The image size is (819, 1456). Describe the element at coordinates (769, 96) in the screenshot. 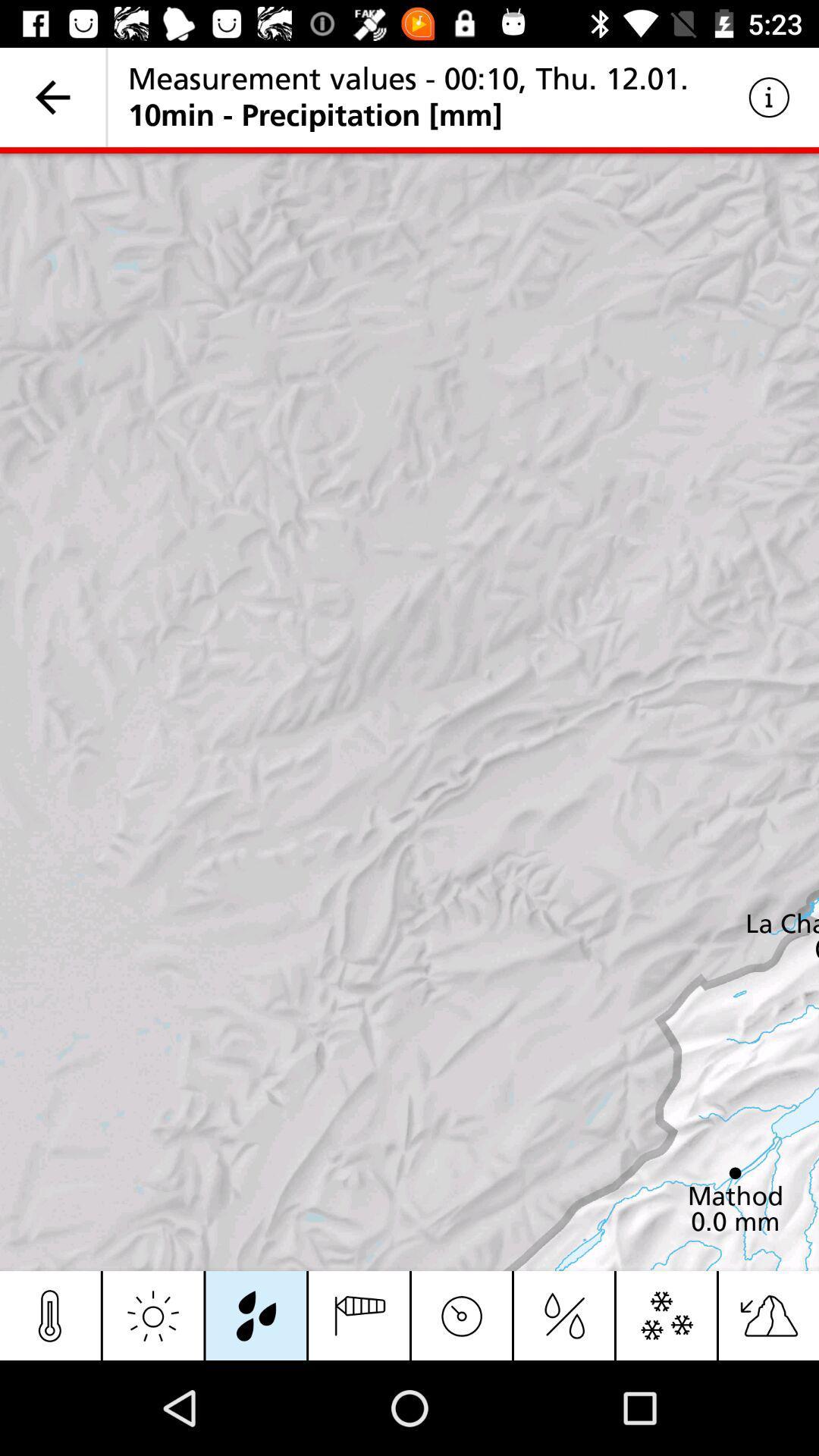

I see `icon at the top right corner` at that location.